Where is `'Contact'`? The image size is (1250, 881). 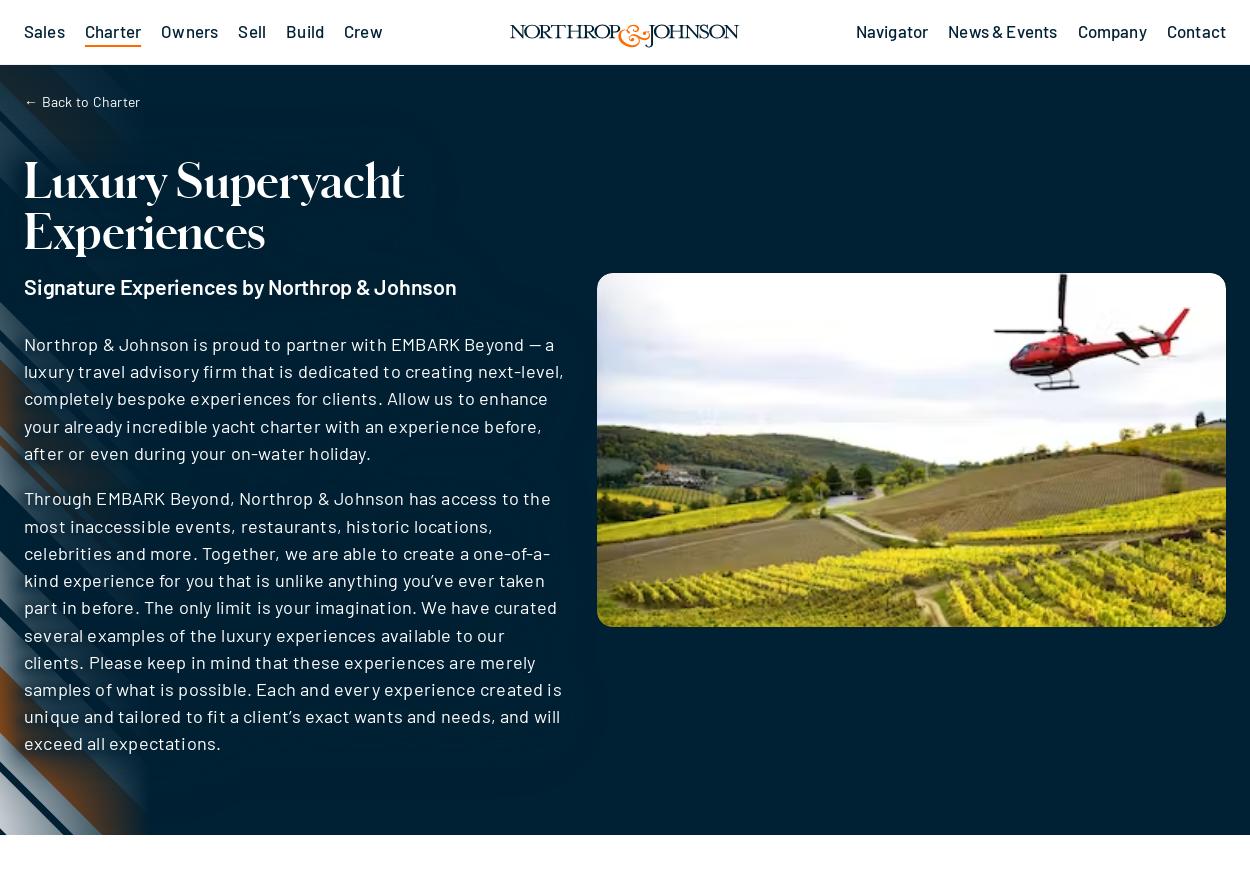 'Contact' is located at coordinates (1195, 30).